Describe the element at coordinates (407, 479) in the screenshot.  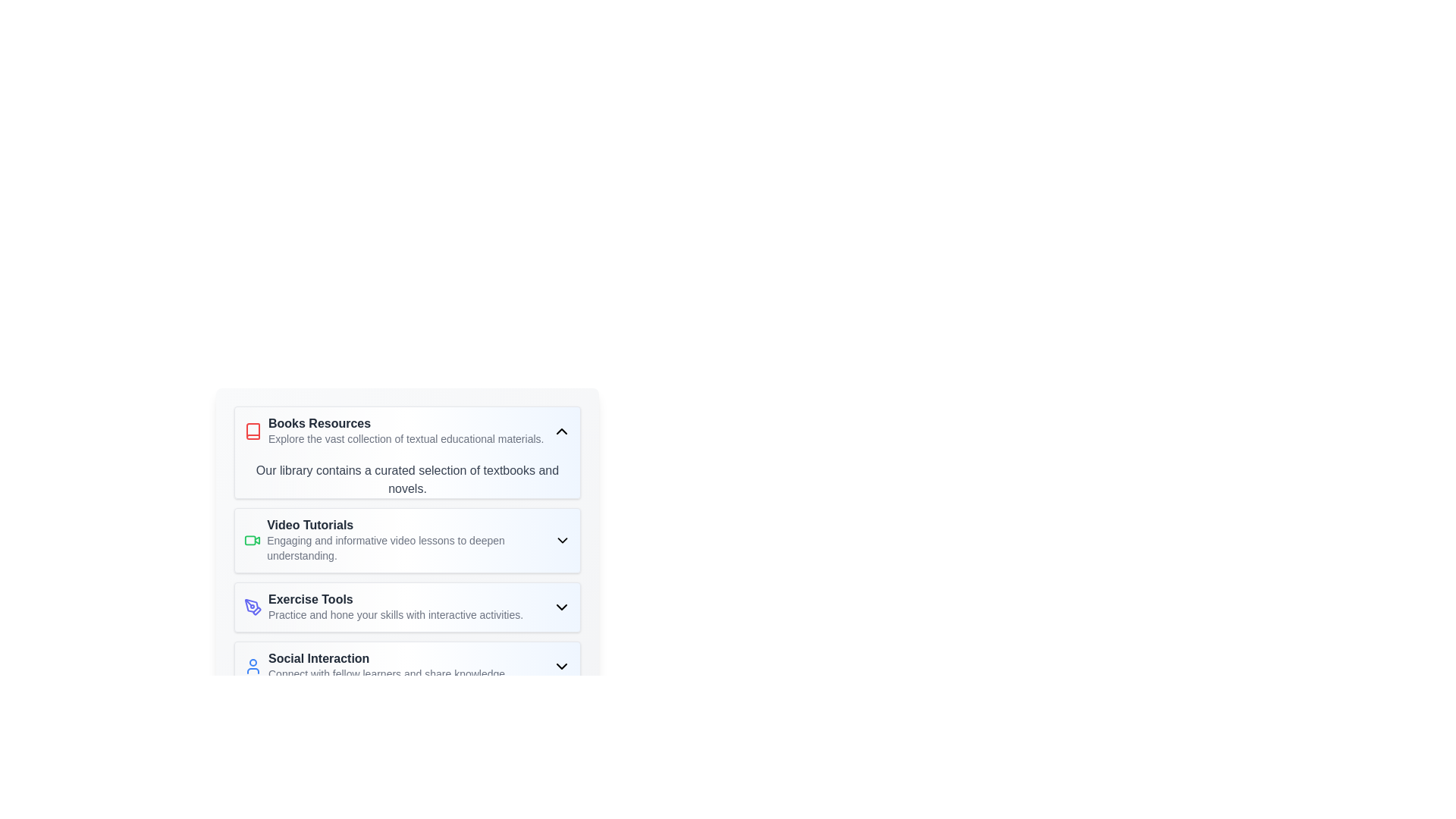
I see `the static text stating "Our library contains a curated selection of textbooks and novels." which is styled in gray (#707070) and centered under the header "Books Resources."` at that location.